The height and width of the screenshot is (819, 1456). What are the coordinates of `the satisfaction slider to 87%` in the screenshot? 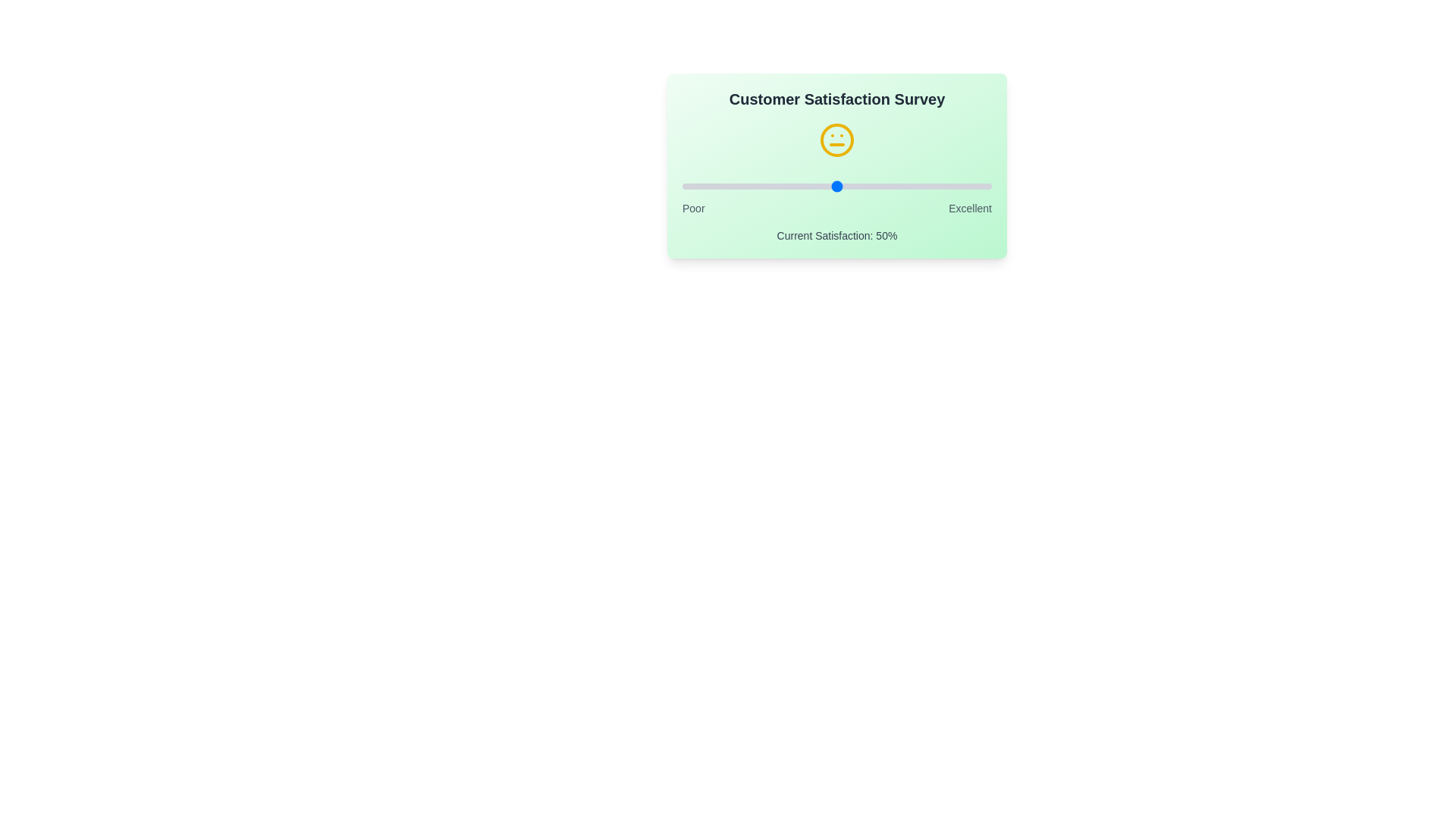 It's located at (950, 186).